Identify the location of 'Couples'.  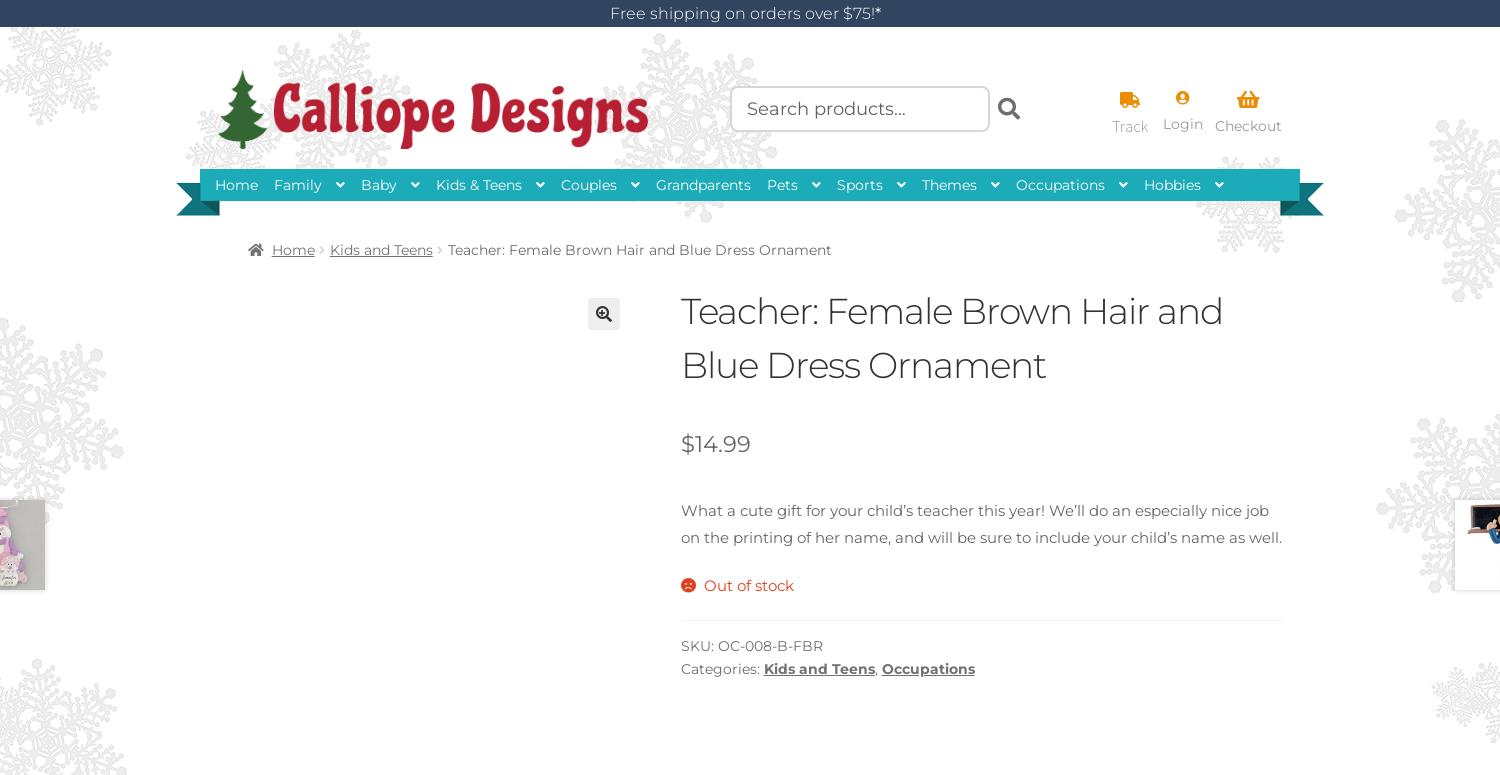
(561, 184).